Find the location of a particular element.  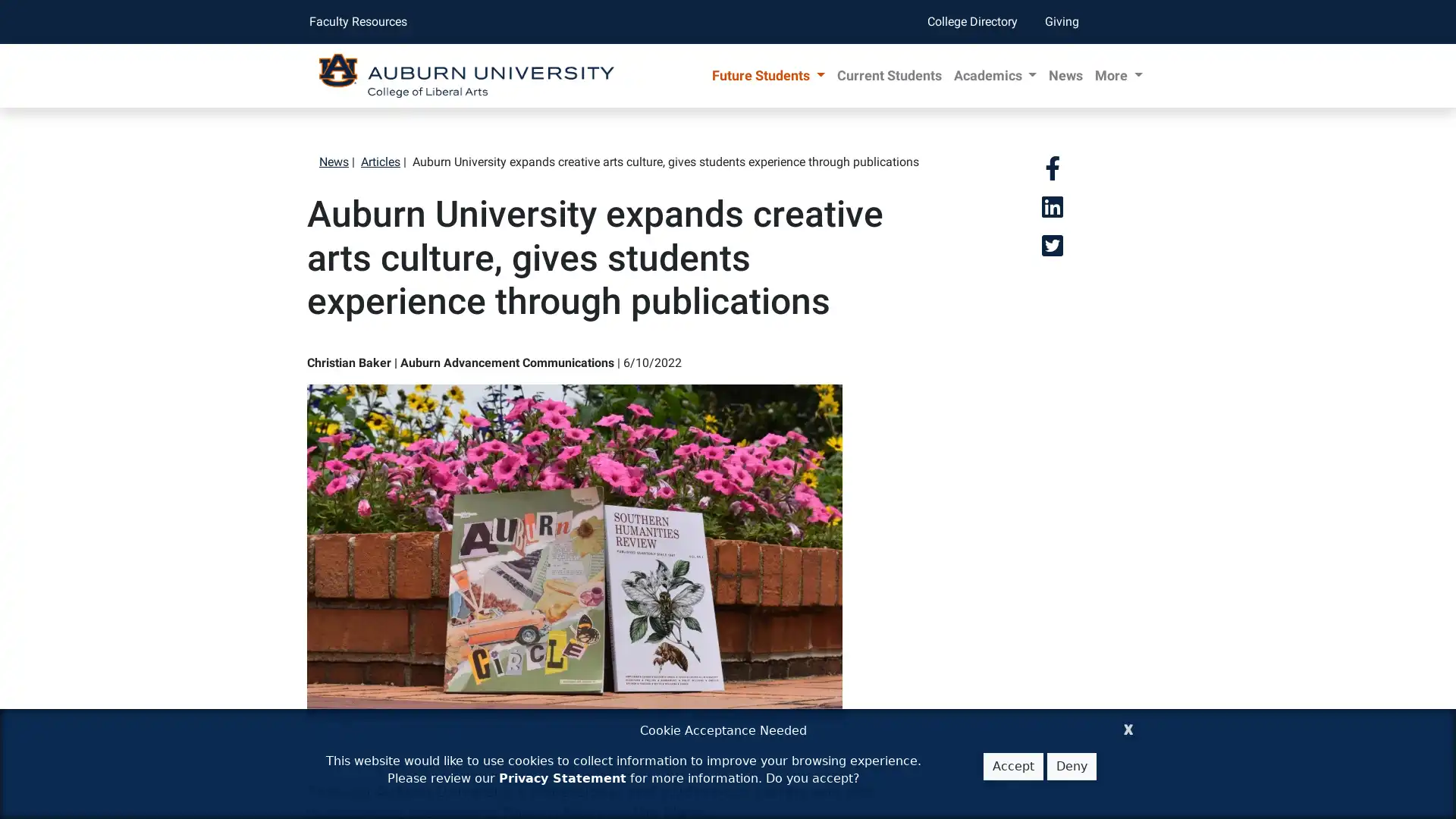

Accept is located at coordinates (1013, 766).